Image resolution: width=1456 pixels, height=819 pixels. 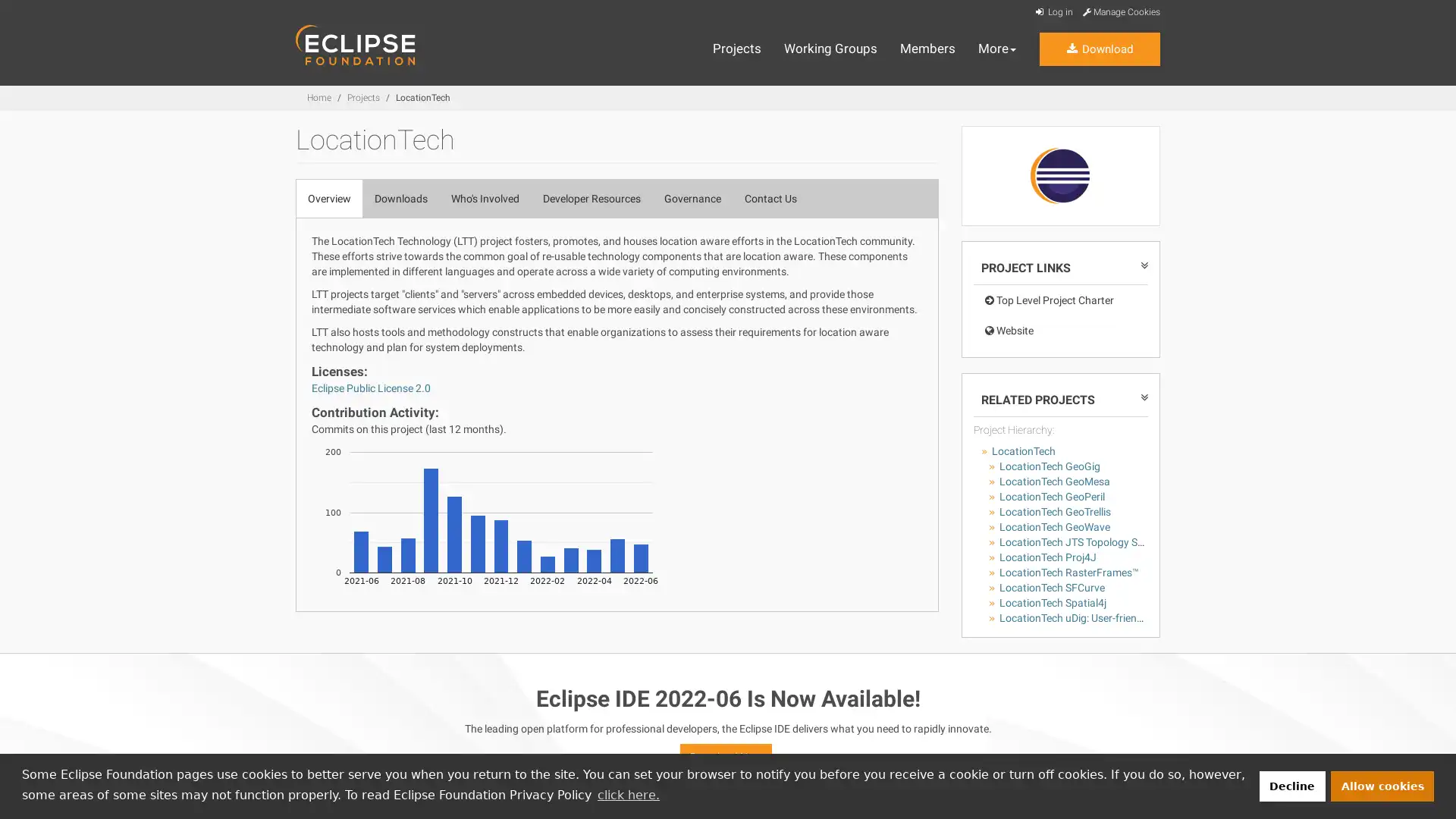 I want to click on allow cookies, so click(x=1382, y=785).